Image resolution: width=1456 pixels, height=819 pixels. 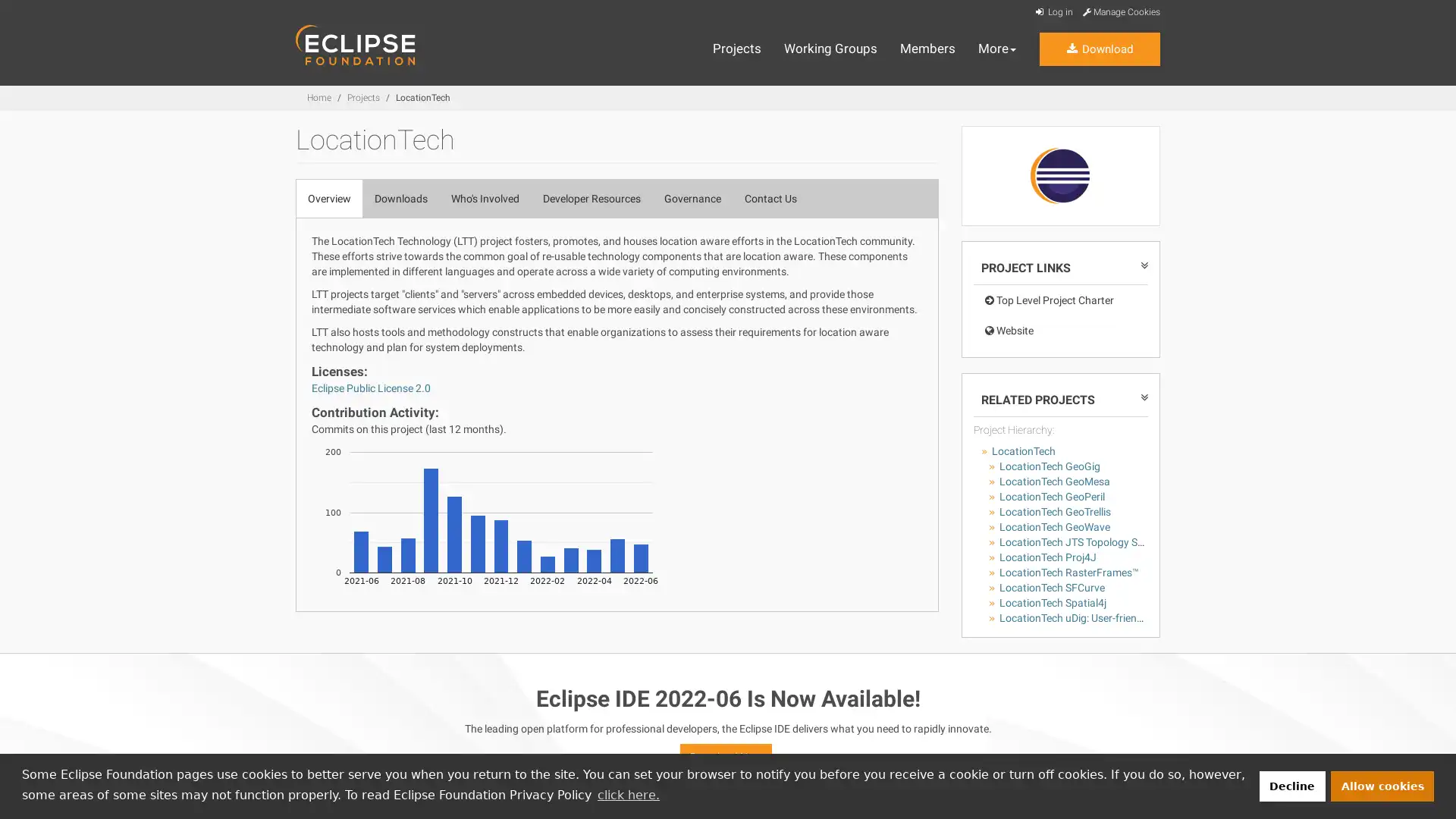 I want to click on allow cookies, so click(x=1382, y=785).